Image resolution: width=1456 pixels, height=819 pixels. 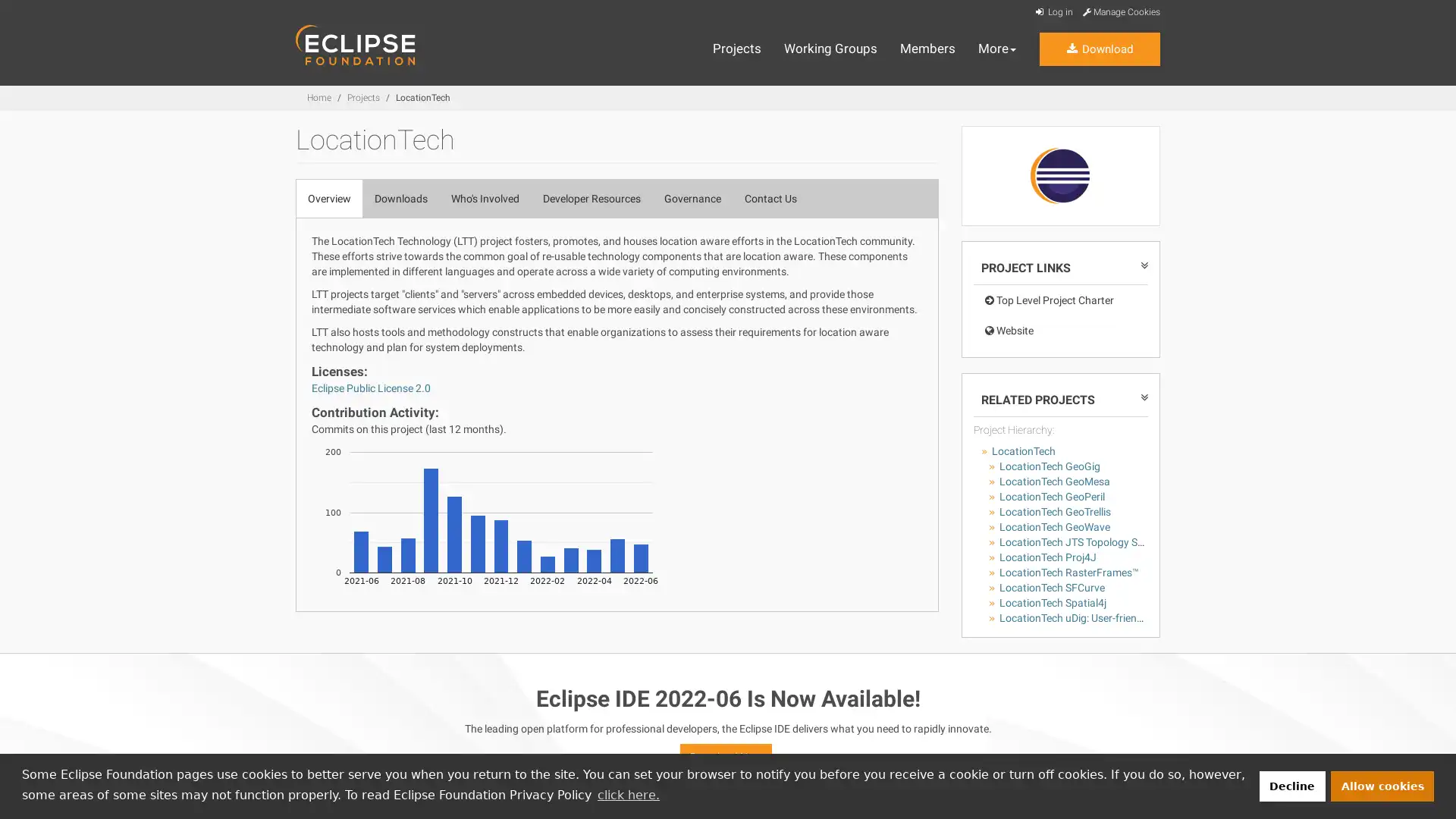 I want to click on allow cookies, so click(x=1382, y=785).